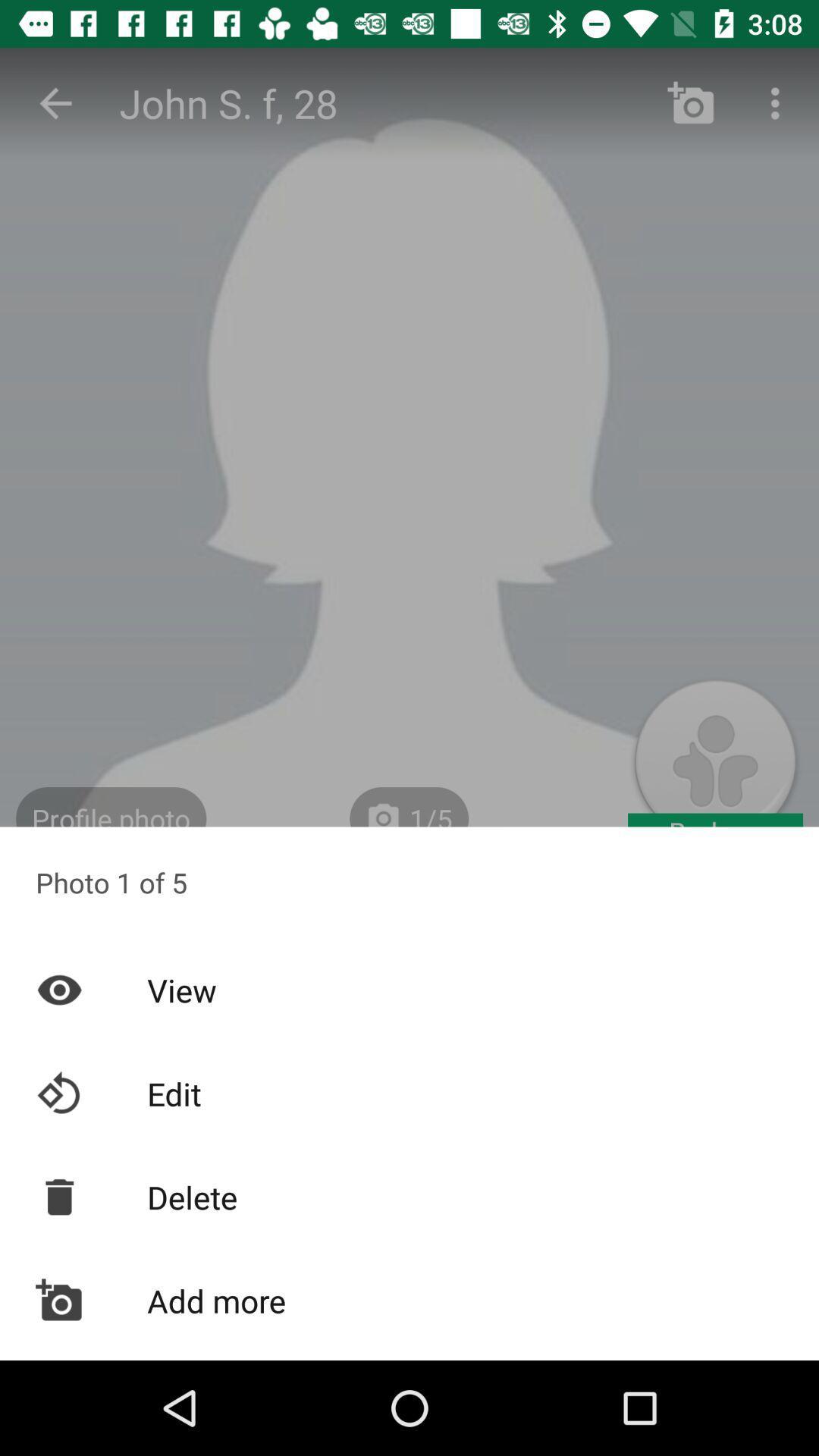 This screenshot has width=819, height=1456. What do you see at coordinates (409, 1094) in the screenshot?
I see `edit item` at bounding box center [409, 1094].